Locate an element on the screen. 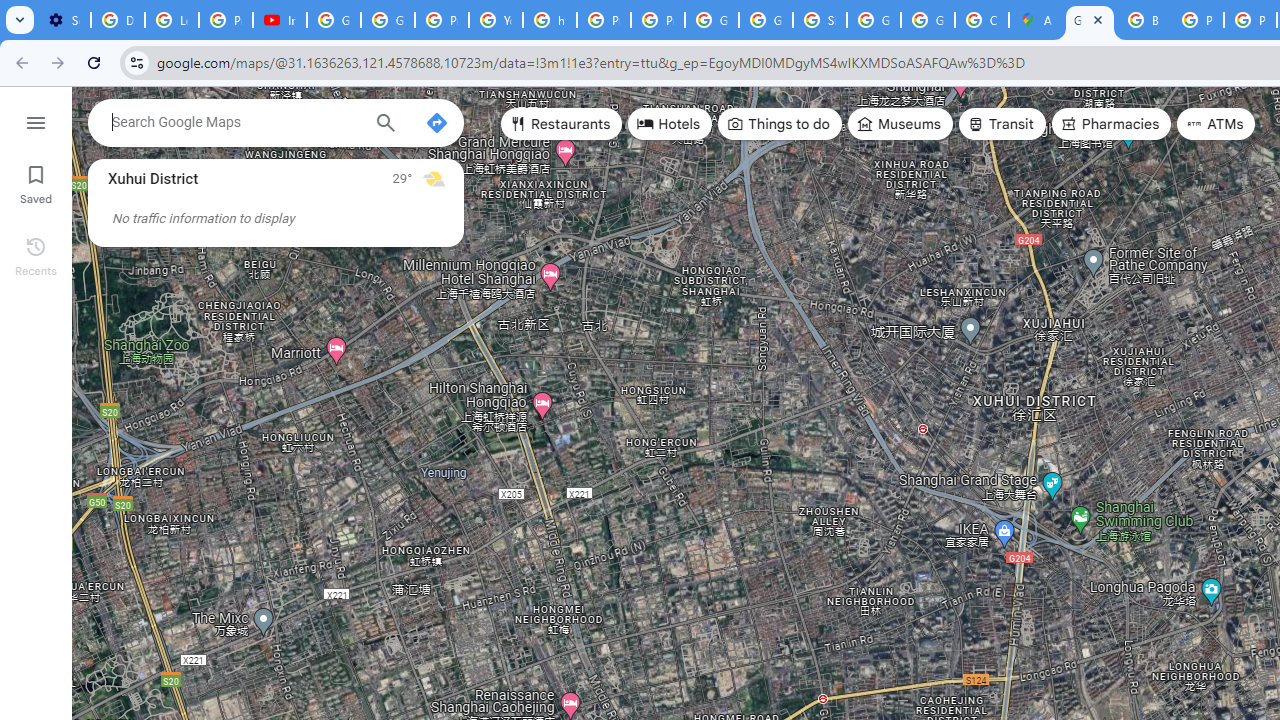 The width and height of the screenshot is (1280, 720). 'Search Google Maps' is located at coordinates (235, 122).